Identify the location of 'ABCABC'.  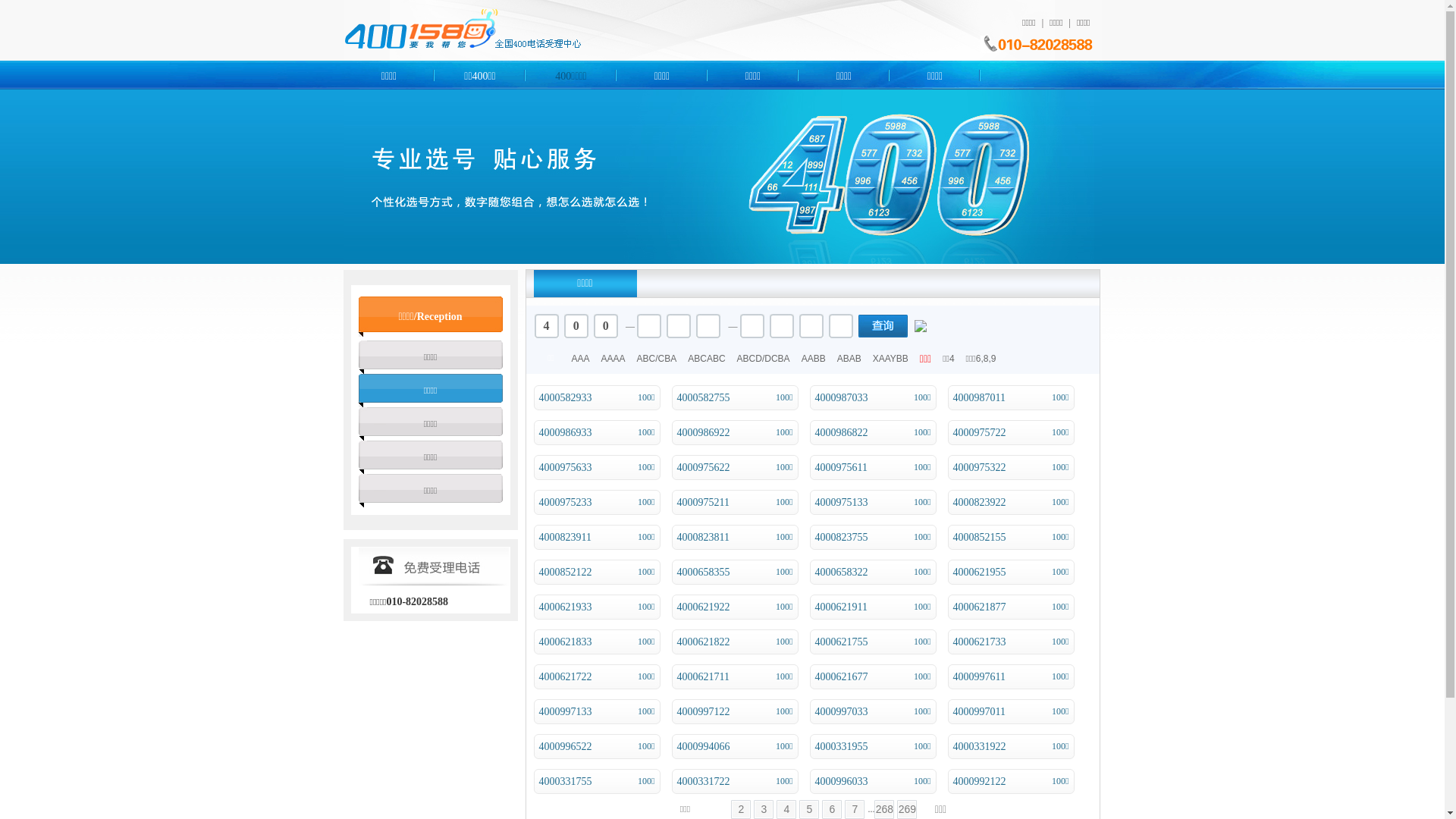
(705, 359).